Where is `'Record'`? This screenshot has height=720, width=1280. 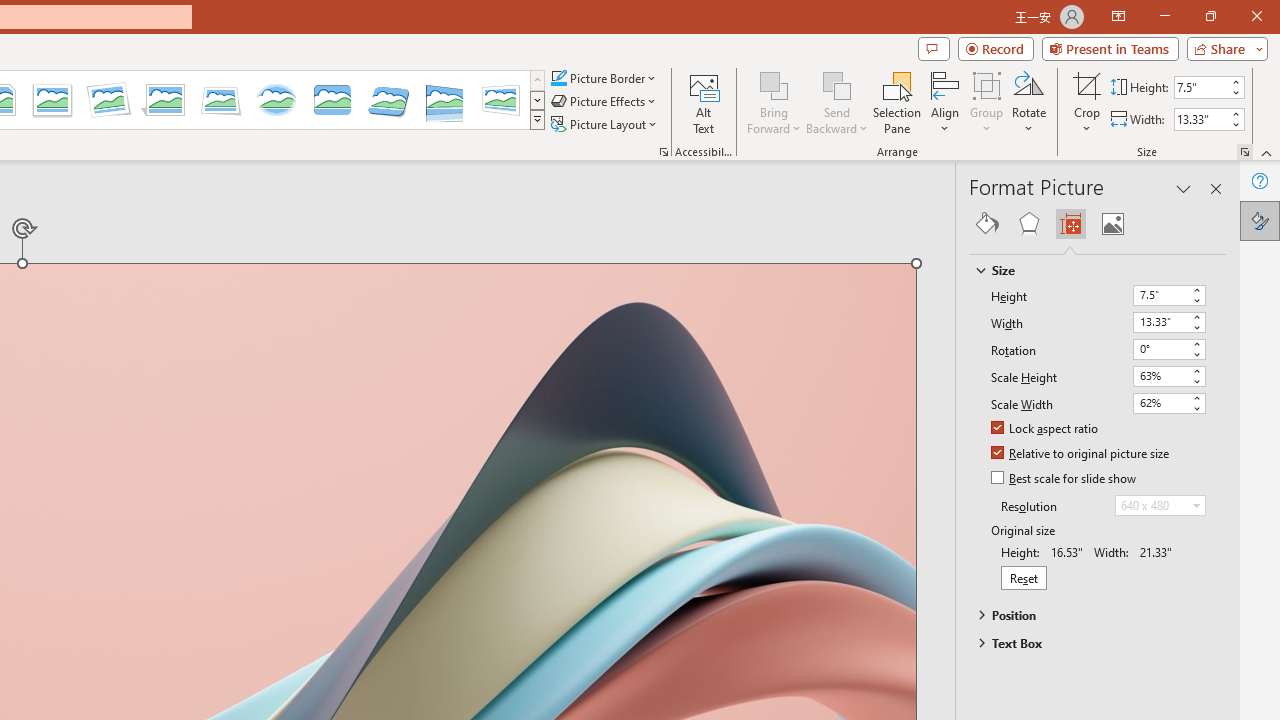
'Record' is located at coordinates (995, 47).